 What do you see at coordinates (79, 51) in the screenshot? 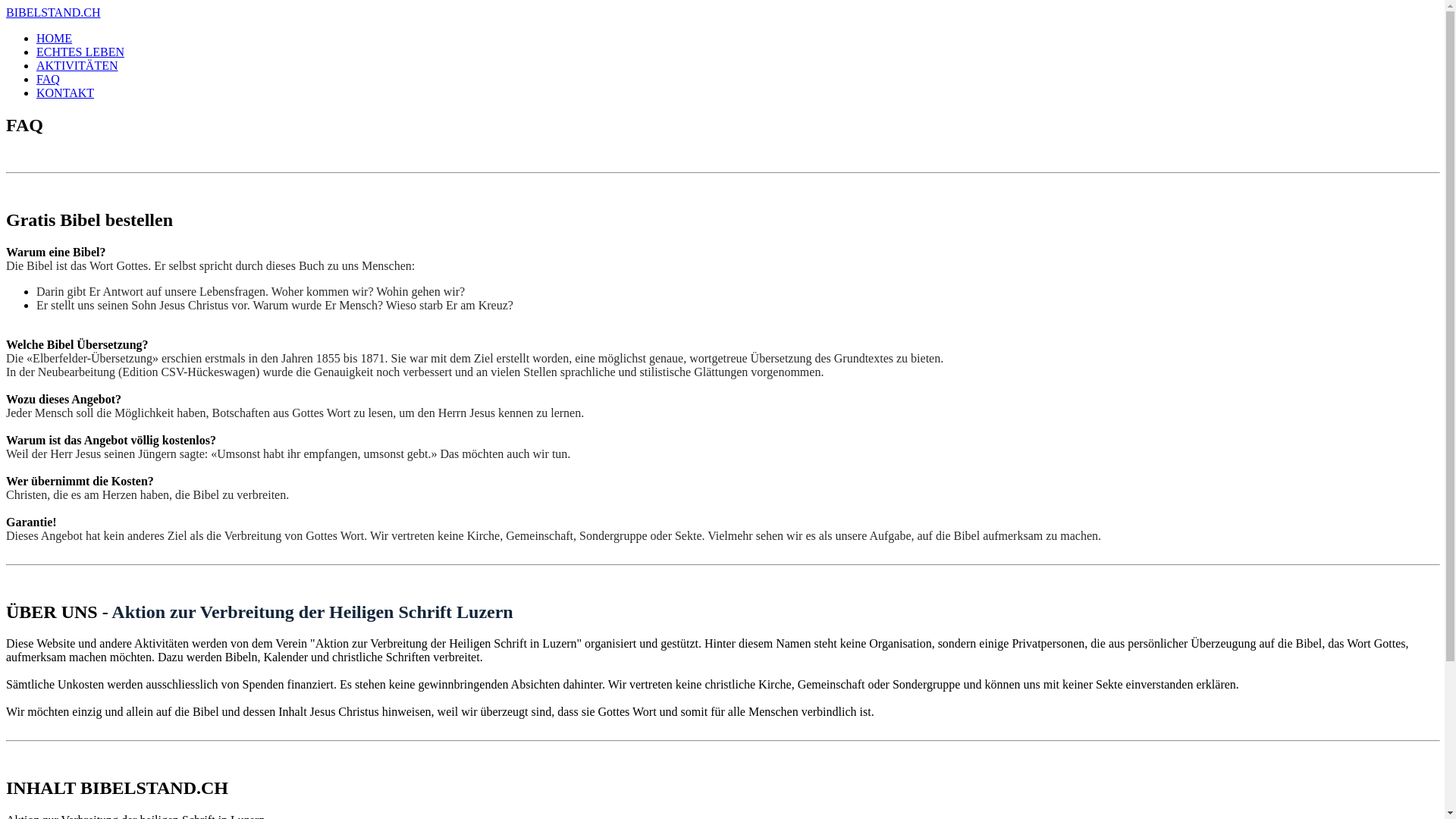
I see `'ECHTES LEBEN'` at bounding box center [79, 51].